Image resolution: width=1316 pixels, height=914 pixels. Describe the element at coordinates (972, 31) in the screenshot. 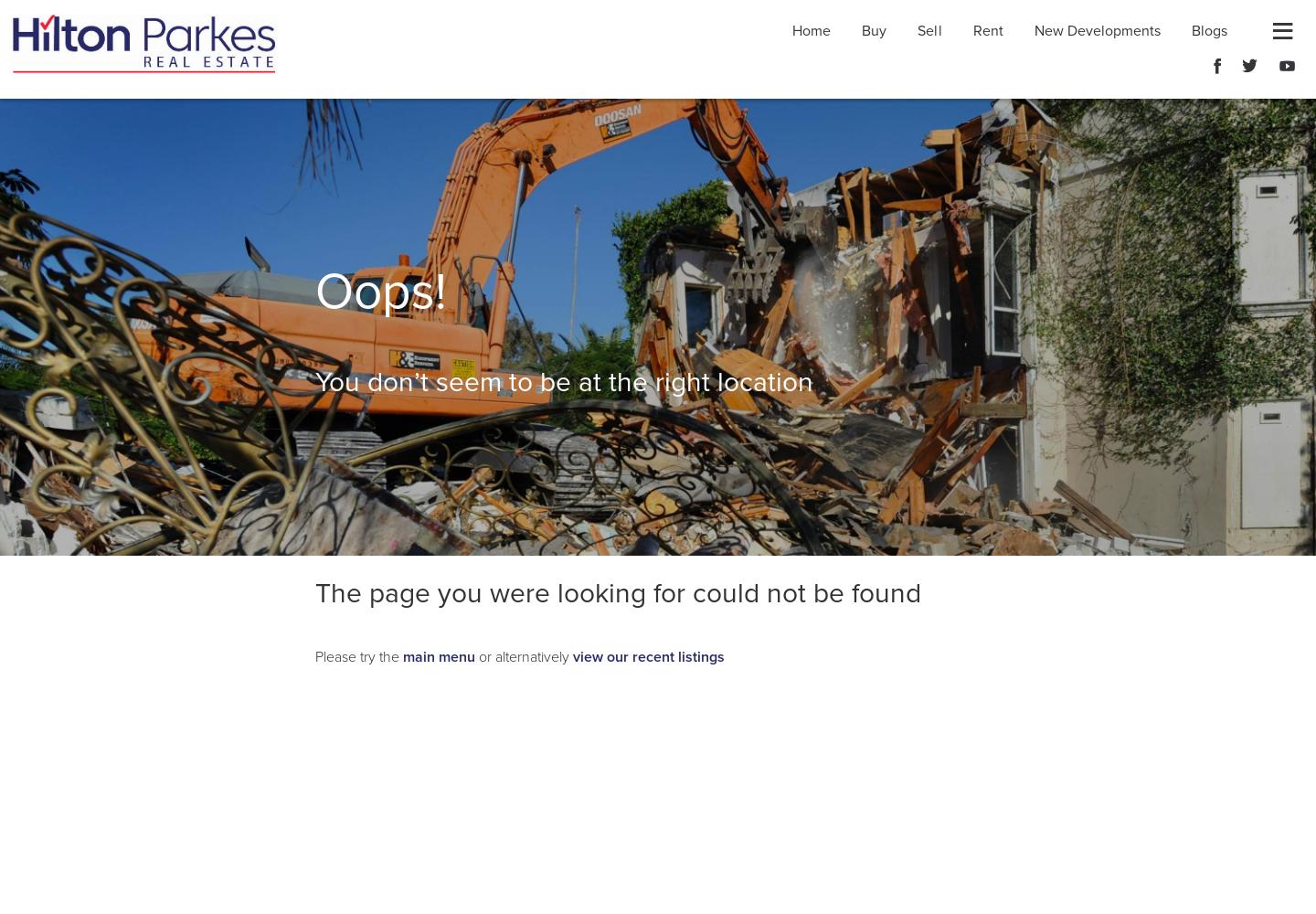

I see `'Rent'` at that location.